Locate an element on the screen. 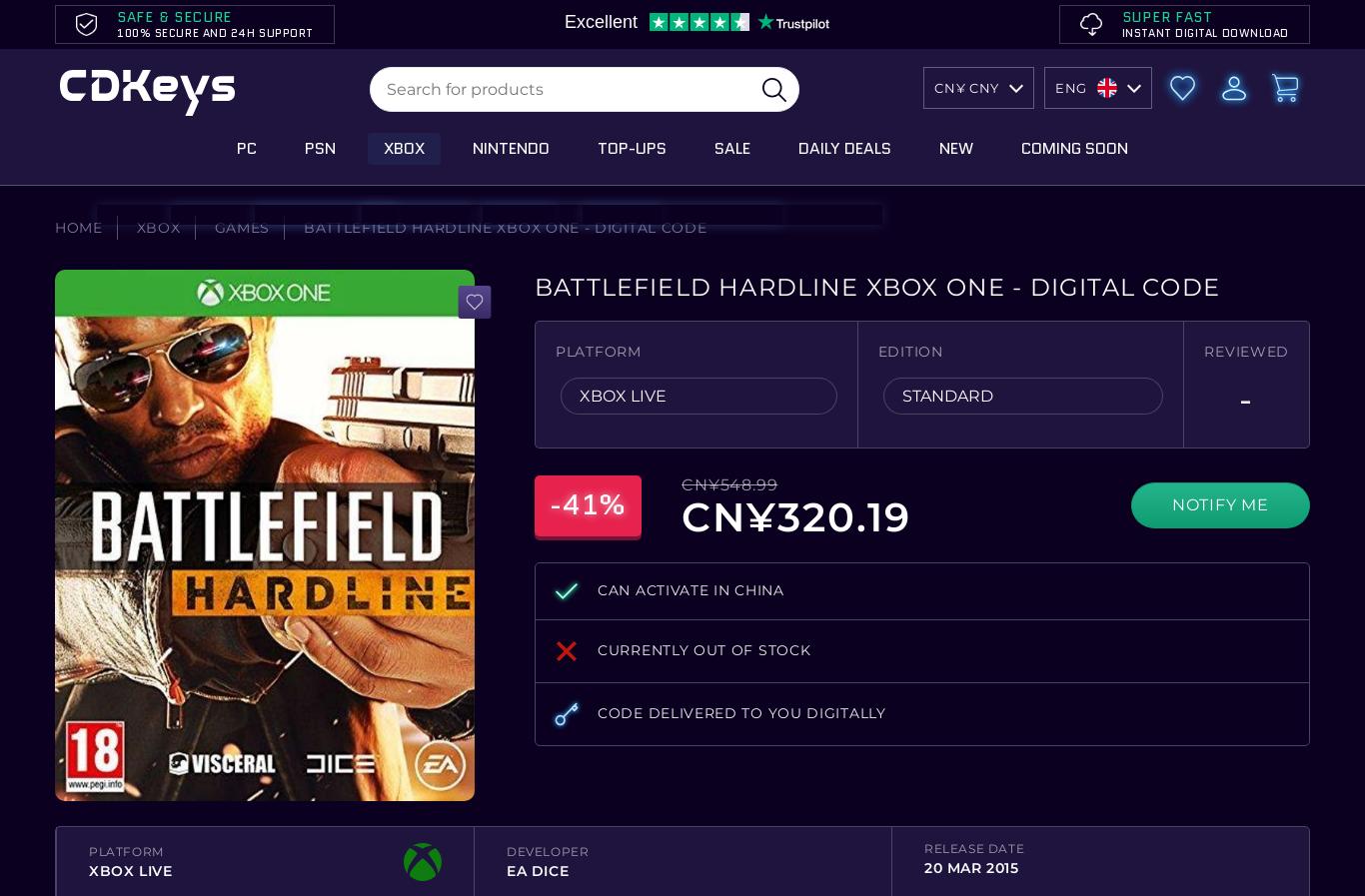 Image resolution: width=1365 pixels, height=896 pixels. 'PSN TopUp Cards' is located at coordinates (259, 275).